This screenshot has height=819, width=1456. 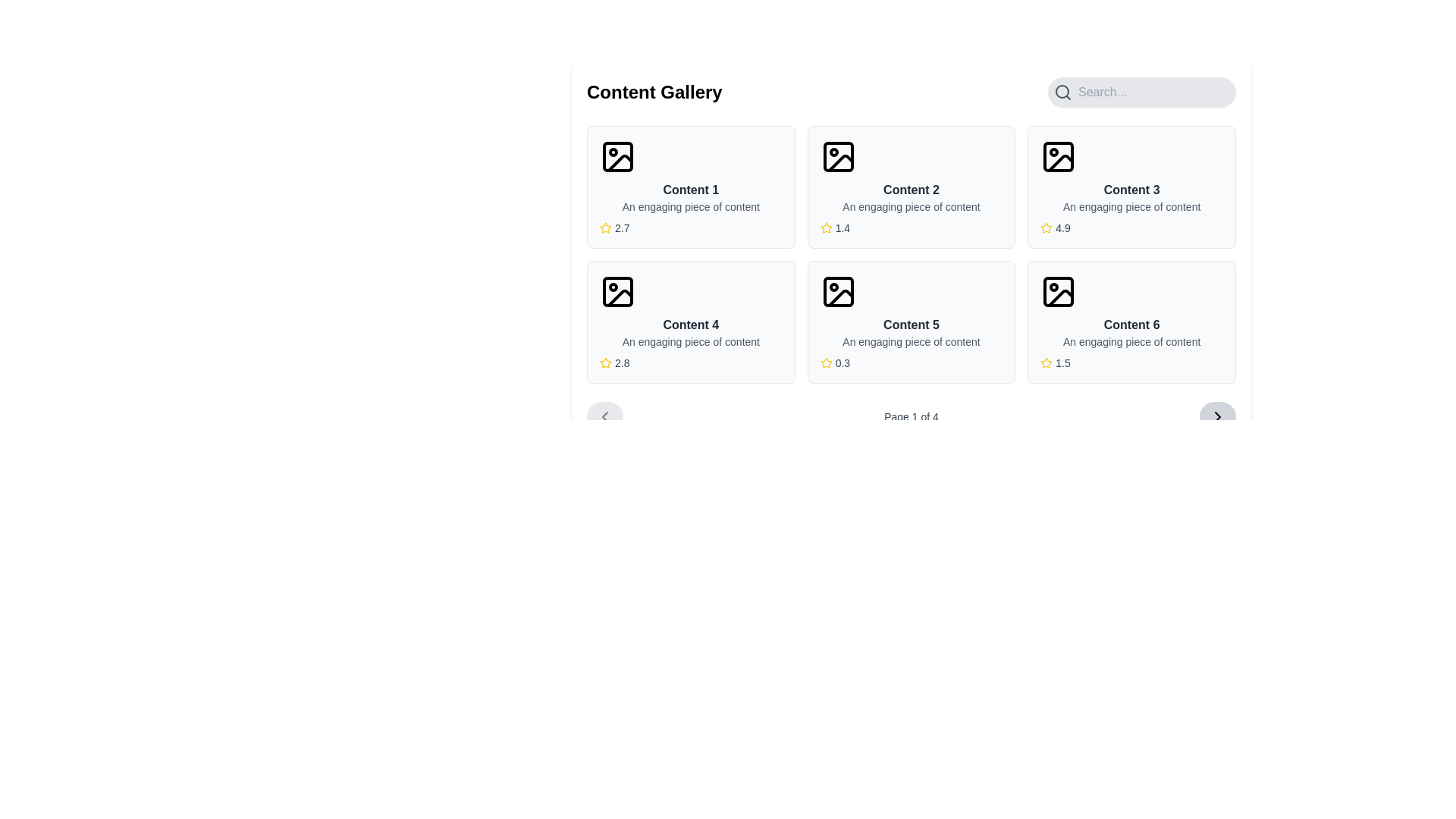 What do you see at coordinates (910, 186) in the screenshot?
I see `the title 'Content 2' of the Card component in the Content Gallery for more information` at bounding box center [910, 186].